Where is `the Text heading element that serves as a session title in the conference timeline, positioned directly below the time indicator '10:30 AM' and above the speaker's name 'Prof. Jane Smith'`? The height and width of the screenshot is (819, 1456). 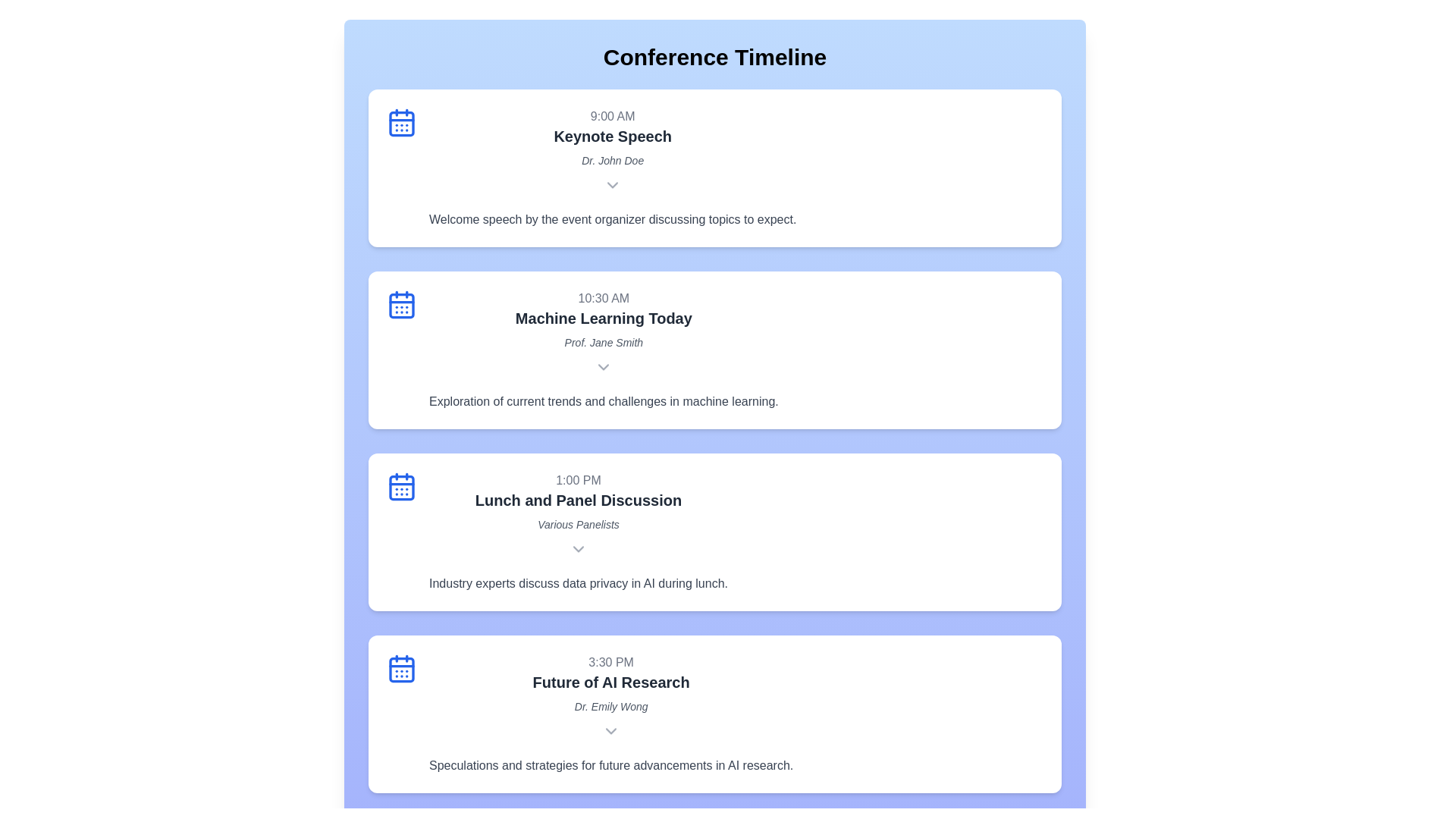
the Text heading element that serves as a session title in the conference timeline, positioned directly below the time indicator '10:30 AM' and above the speaker's name 'Prof. Jane Smith' is located at coordinates (603, 318).